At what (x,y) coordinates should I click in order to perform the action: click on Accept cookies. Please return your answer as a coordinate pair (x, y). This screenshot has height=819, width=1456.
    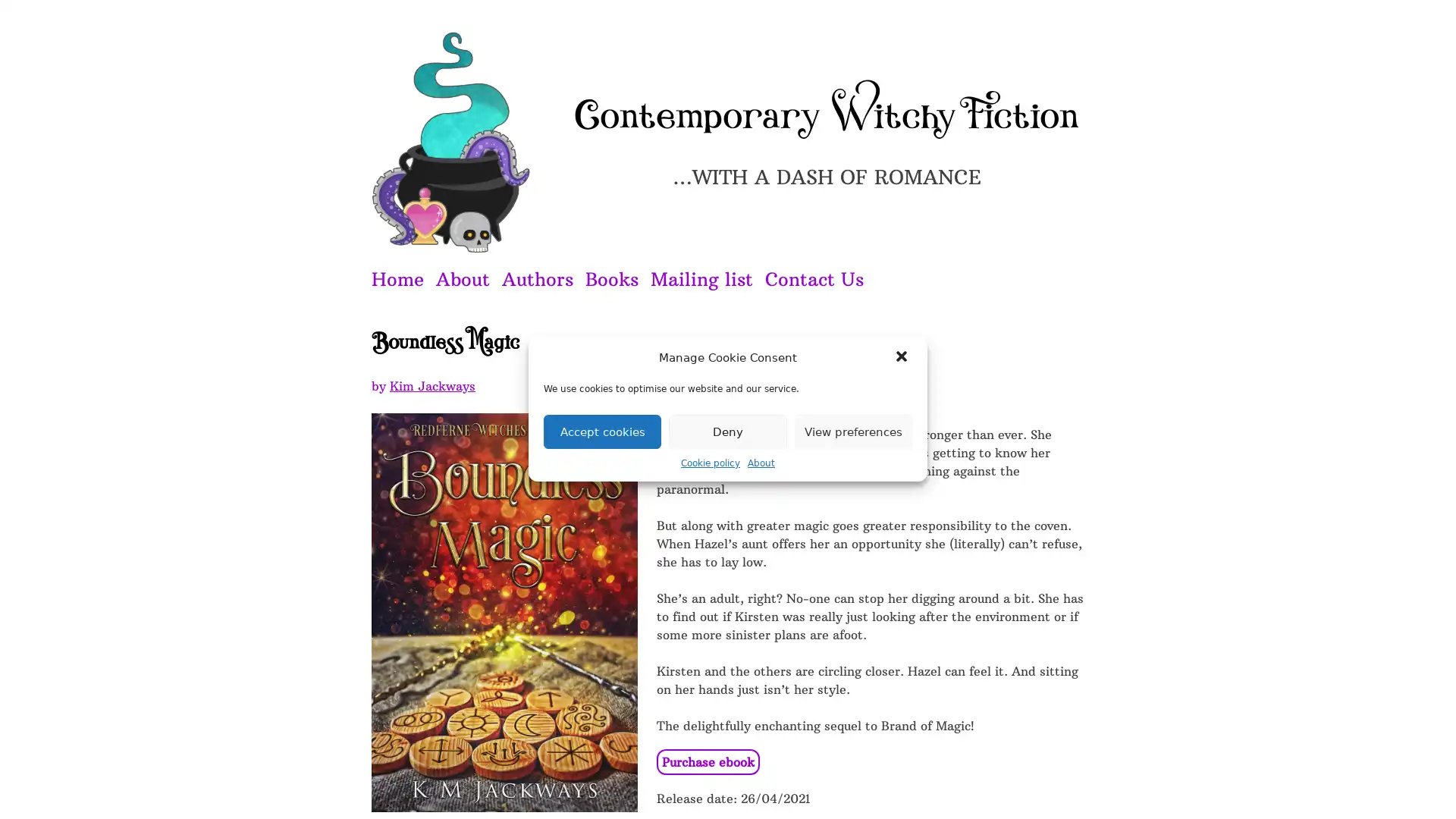
    Looking at the image, I should click on (601, 431).